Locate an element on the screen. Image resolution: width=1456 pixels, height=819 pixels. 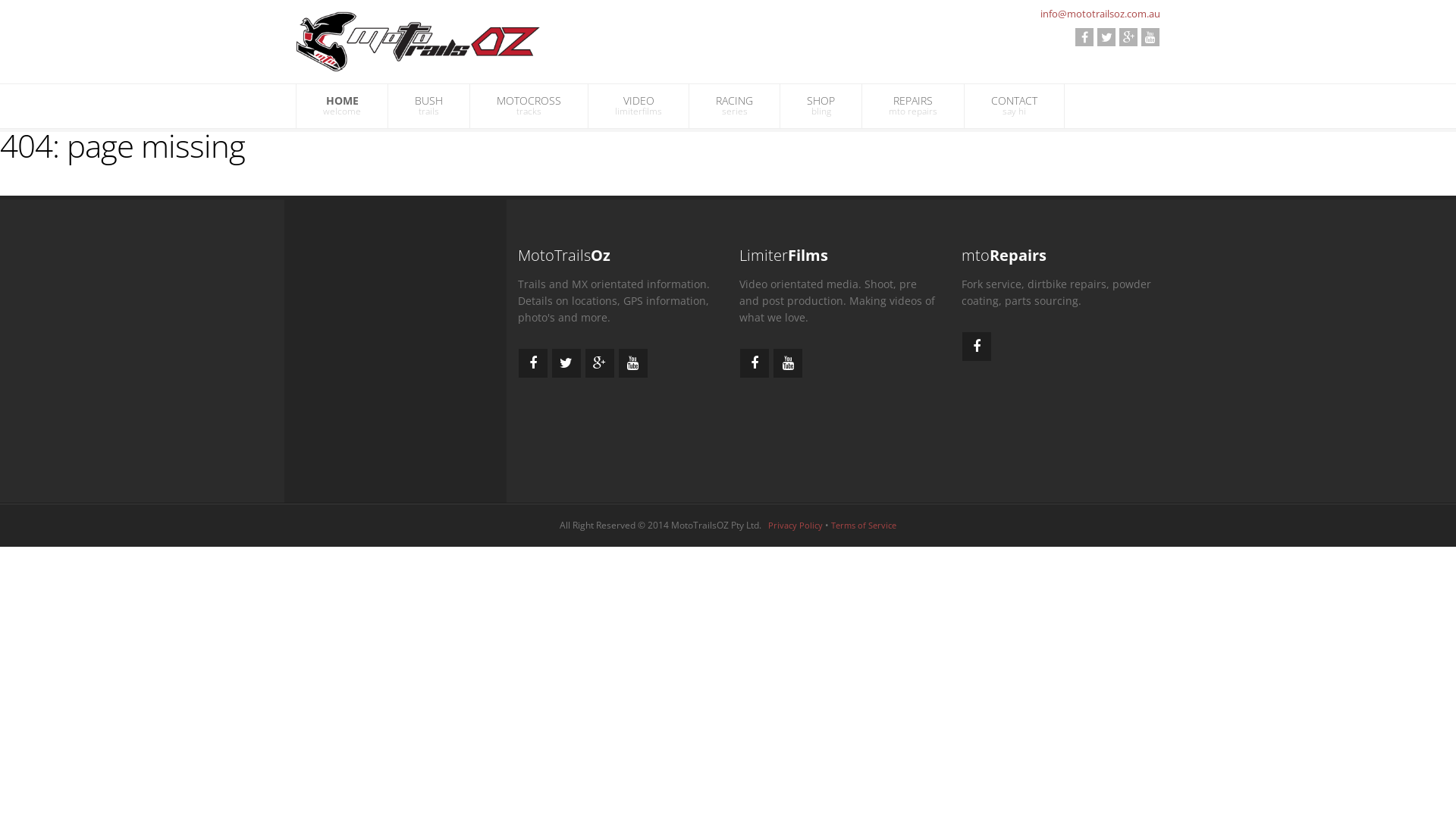
'REPAIRS is located at coordinates (912, 105).